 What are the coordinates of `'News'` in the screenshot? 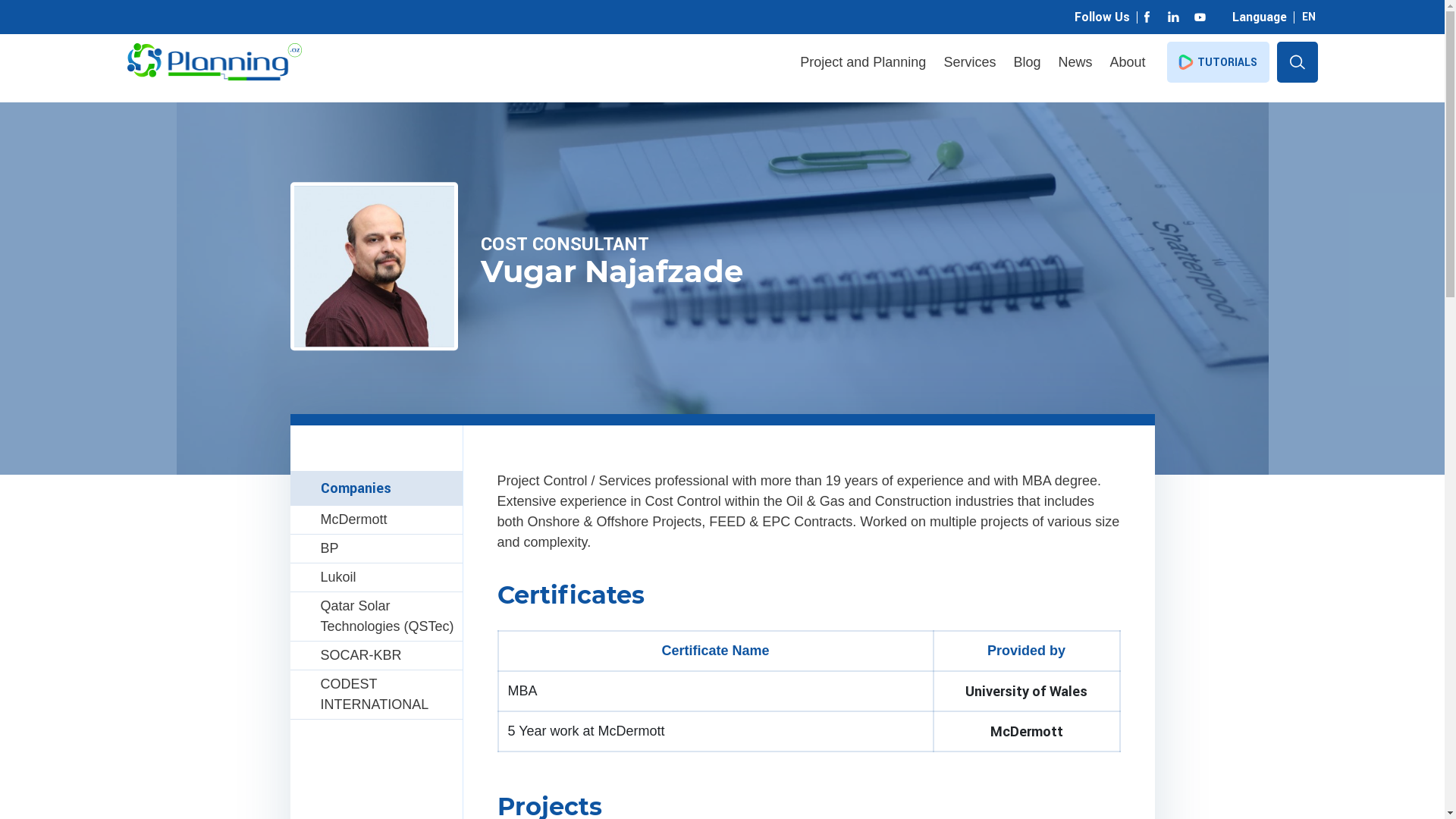 It's located at (1074, 61).